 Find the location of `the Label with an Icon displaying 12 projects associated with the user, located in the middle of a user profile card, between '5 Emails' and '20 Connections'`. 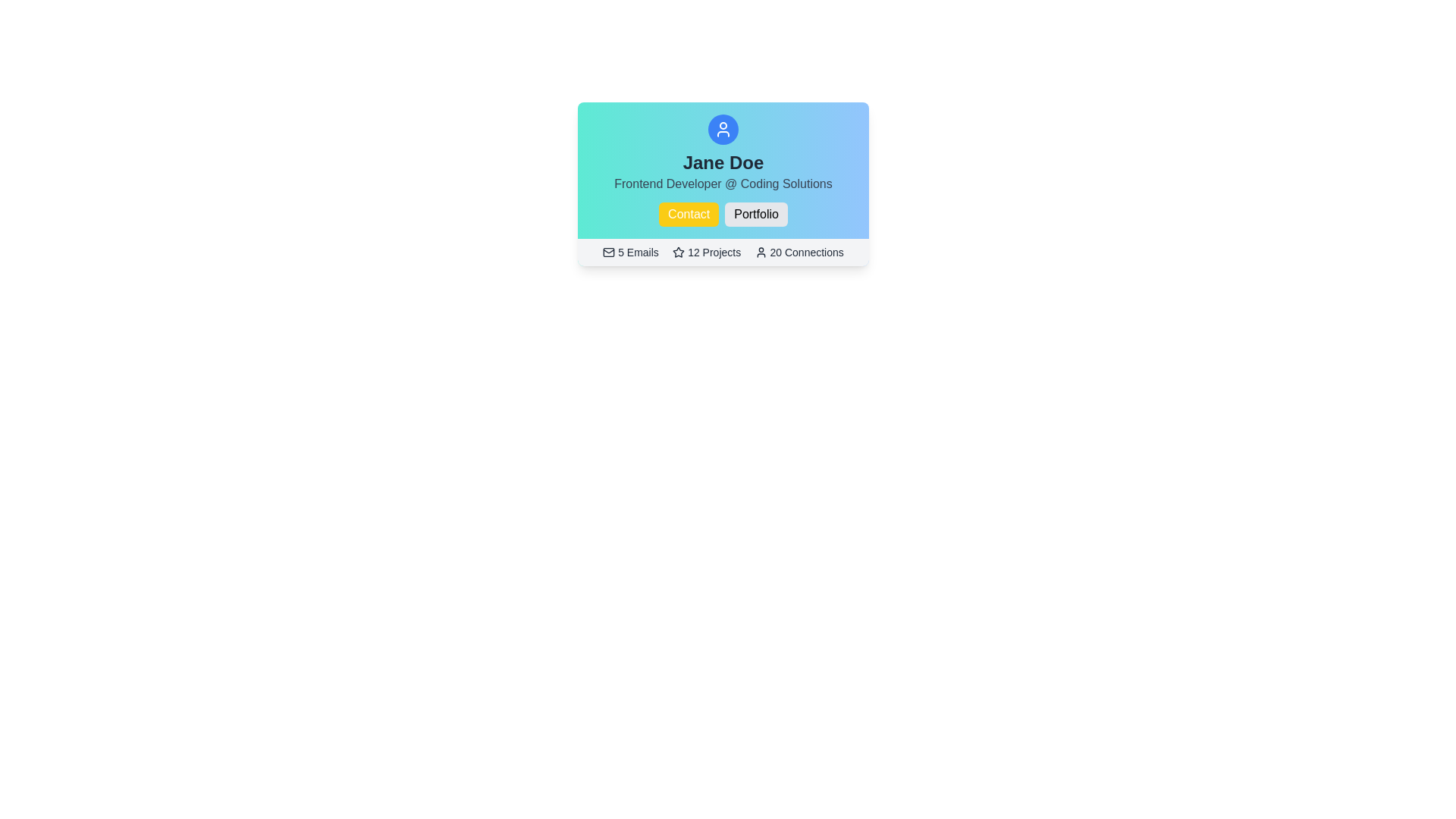

the Label with an Icon displaying 12 projects associated with the user, located in the middle of a user profile card, between '5 Emails' and '20 Connections' is located at coordinates (705, 251).